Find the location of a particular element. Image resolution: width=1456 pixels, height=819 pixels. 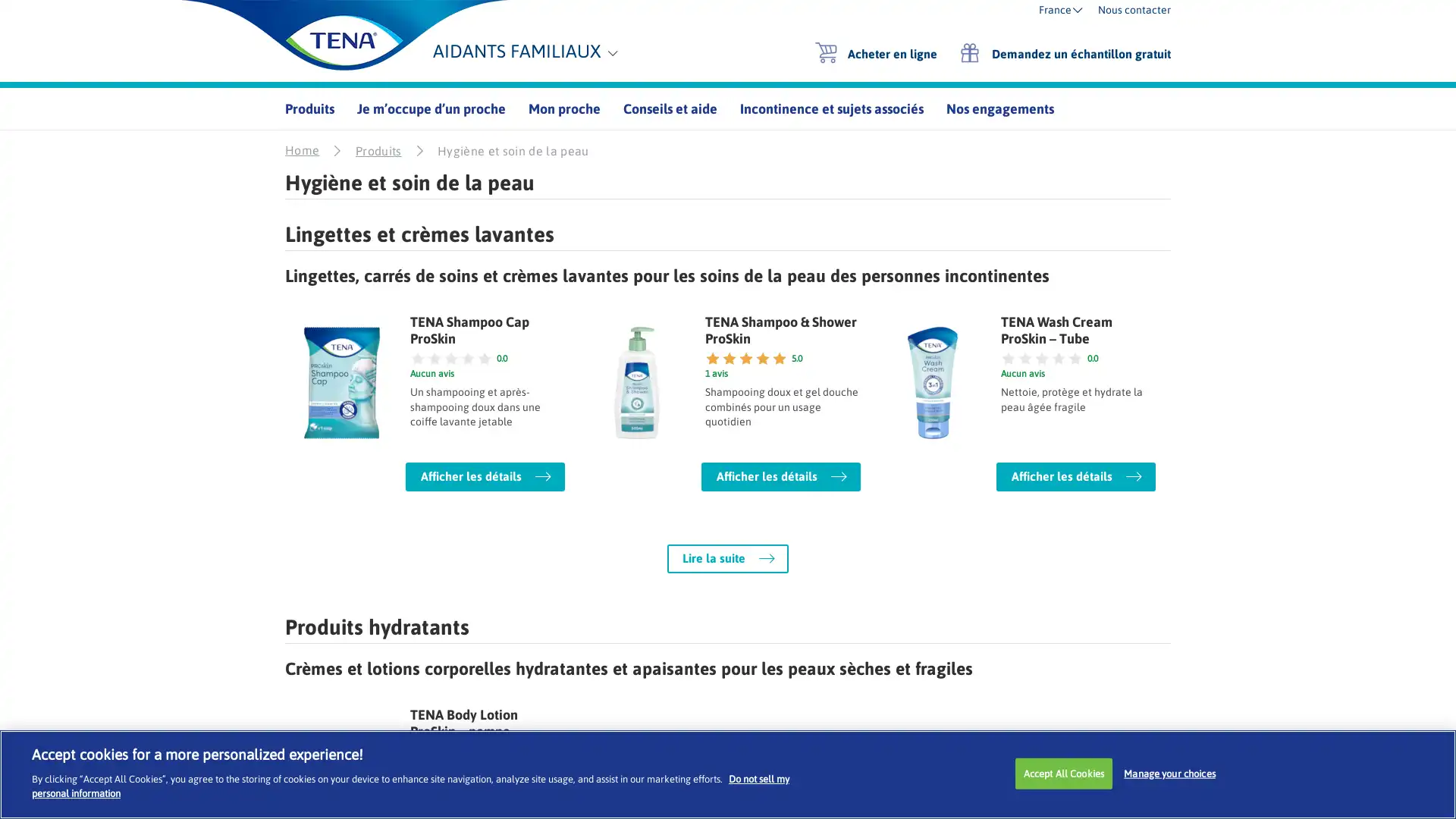

Manage your choices is located at coordinates (1169, 773).